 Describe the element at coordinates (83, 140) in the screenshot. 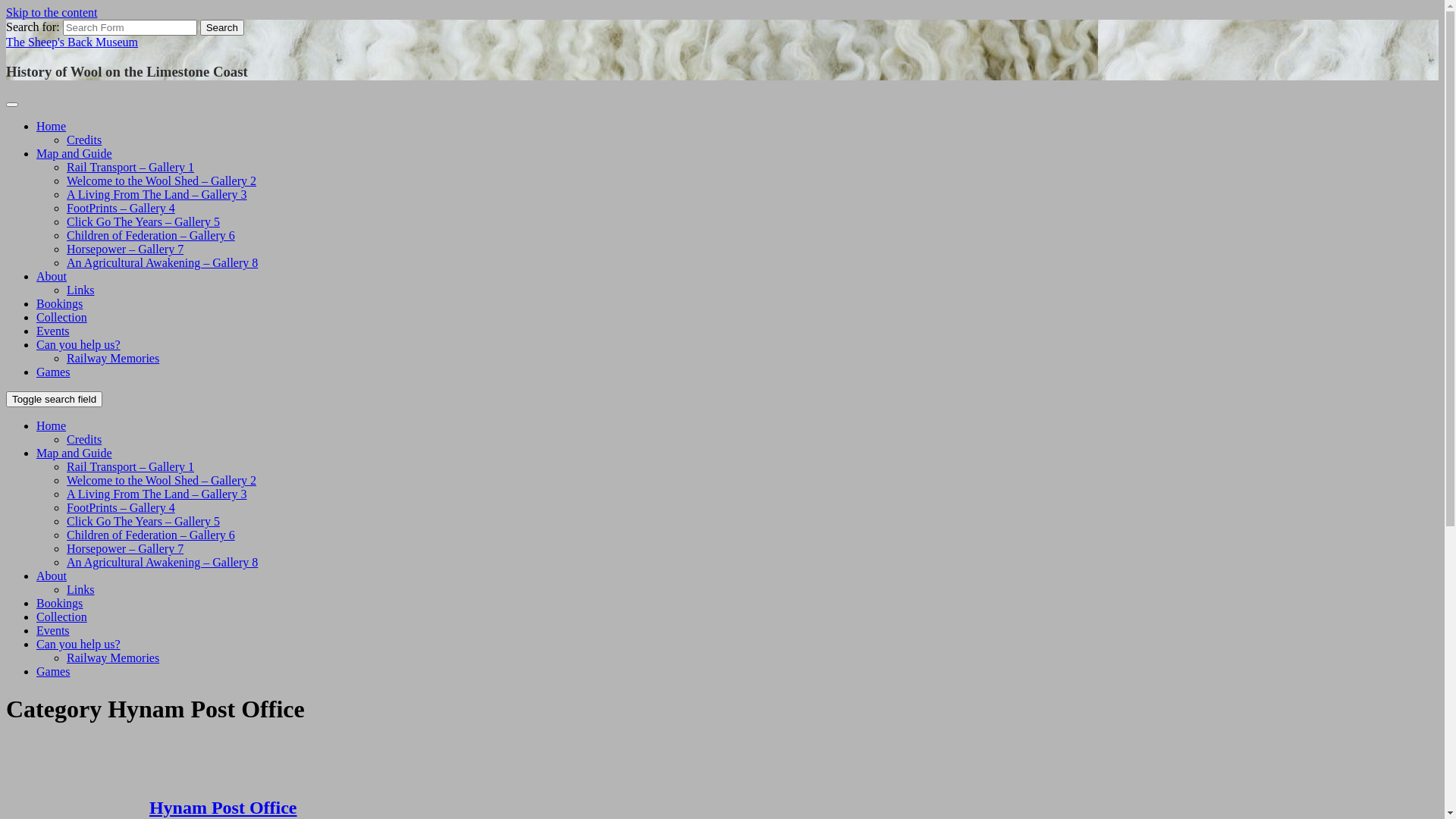

I see `'Credits'` at that location.